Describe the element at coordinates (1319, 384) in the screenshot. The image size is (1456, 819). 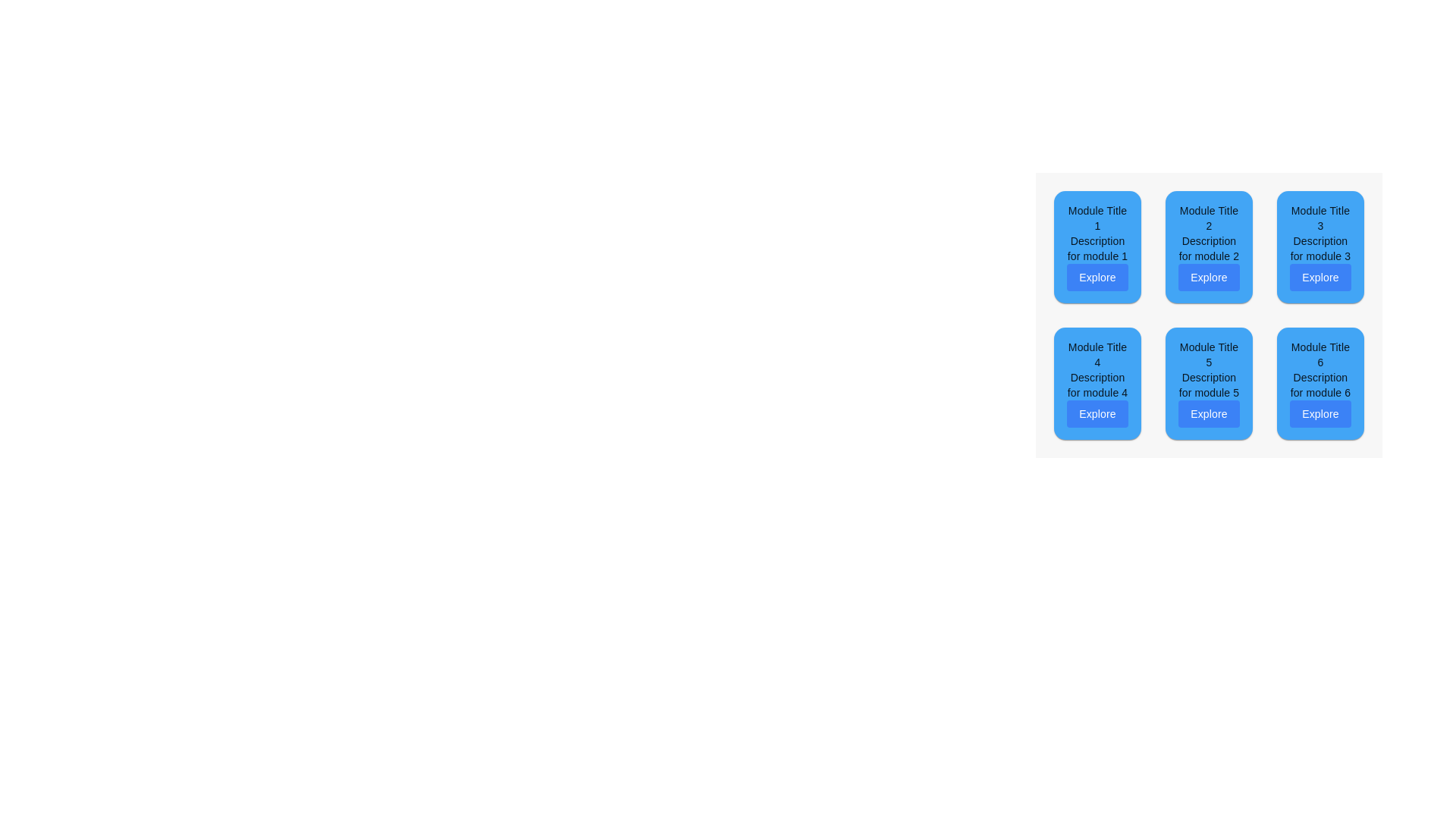
I see `the text block that reads 'Description for module 6', located within the card titled 'Module Title 6', positioned directly below the module title and above the 'Explore' button` at that location.